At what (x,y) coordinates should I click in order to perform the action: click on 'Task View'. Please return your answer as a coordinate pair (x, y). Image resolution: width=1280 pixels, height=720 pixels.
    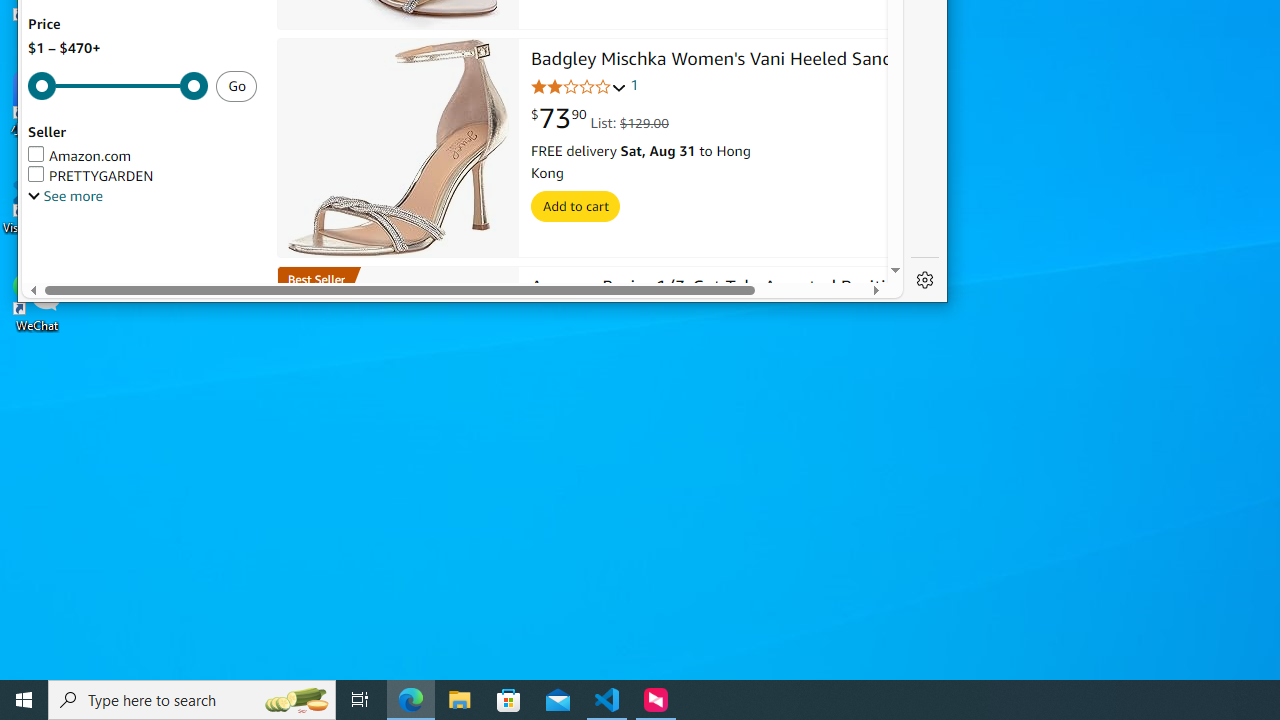
    Looking at the image, I should click on (359, 698).